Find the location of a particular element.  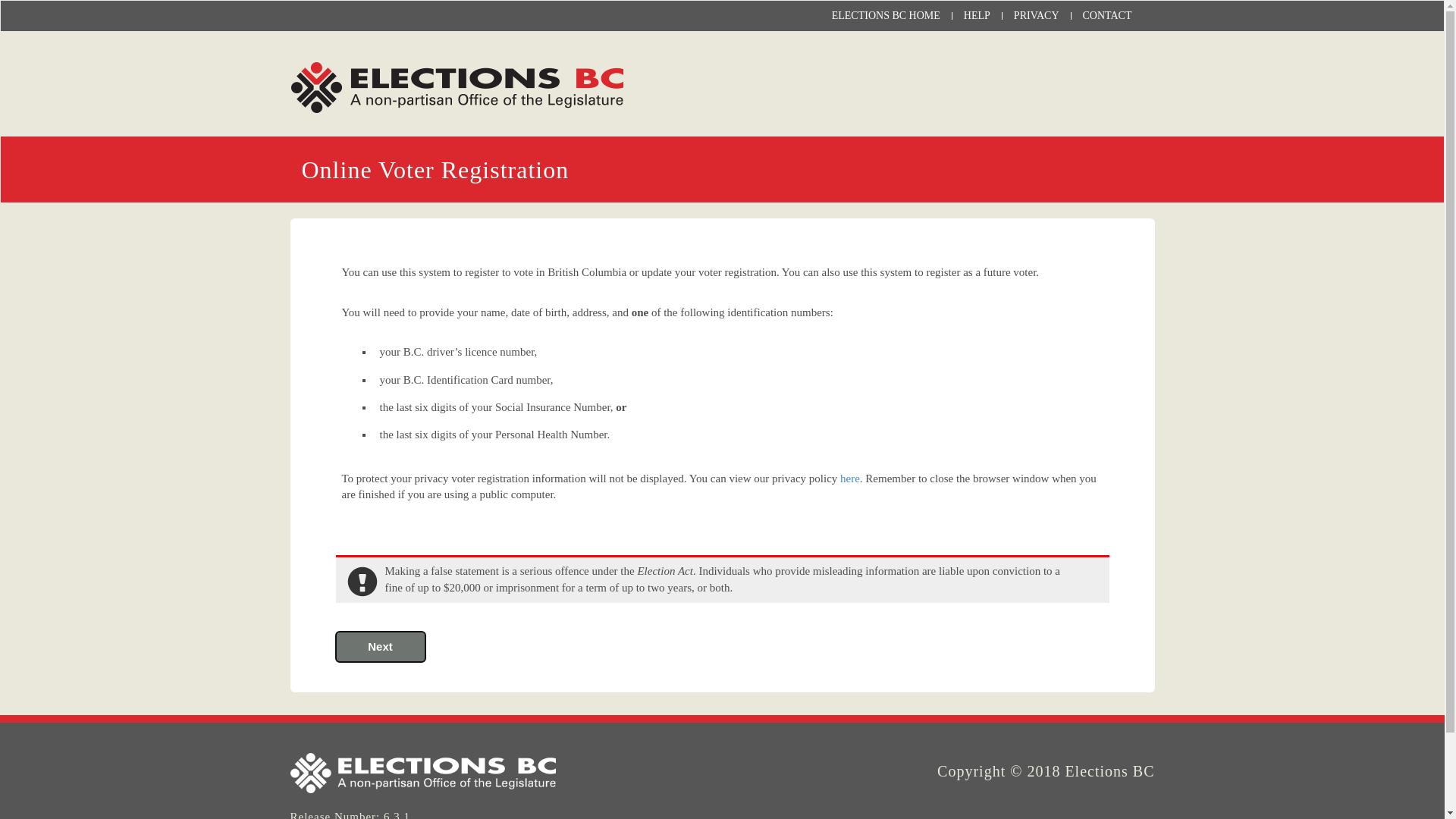

'ELECTIONS BC HOME' is located at coordinates (819, 15).